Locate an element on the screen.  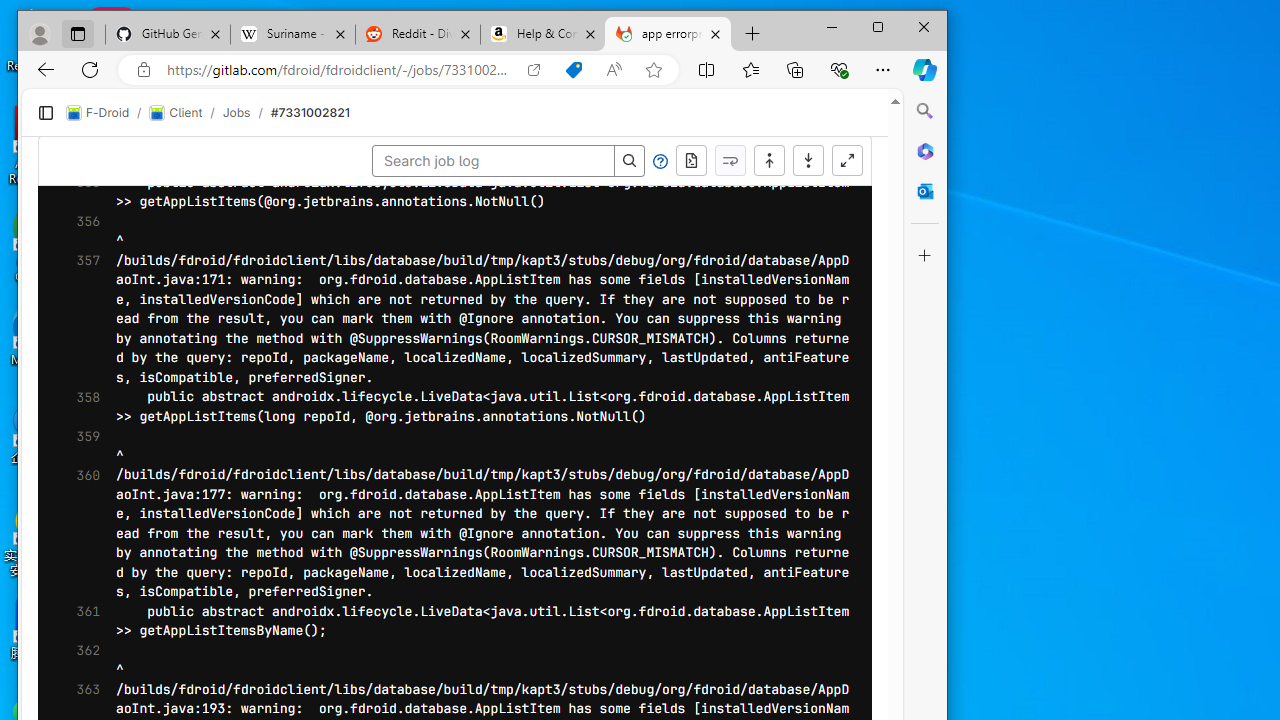
'F-Droid' is located at coordinates (97, 112).